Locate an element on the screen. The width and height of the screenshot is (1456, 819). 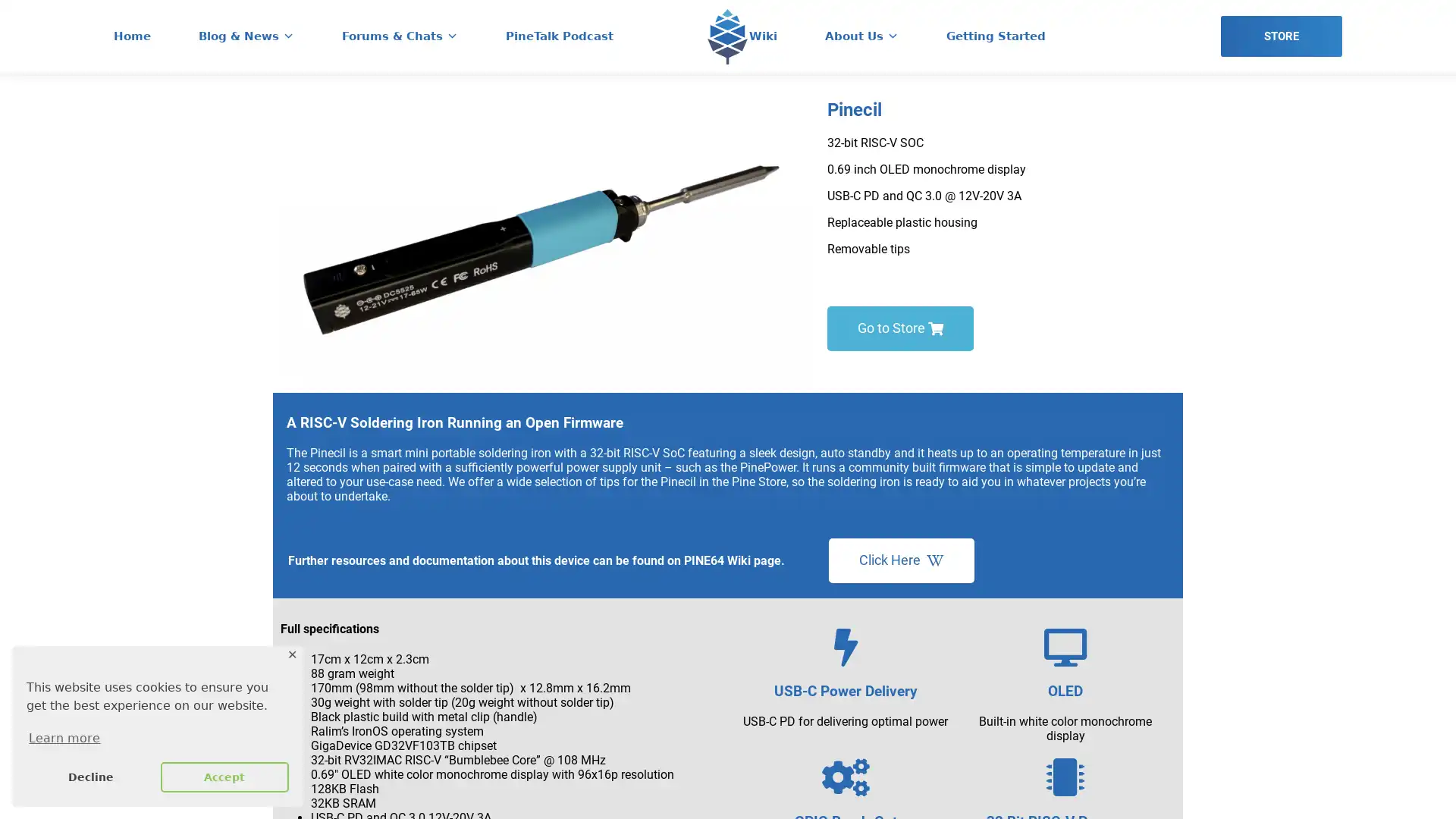
deny cookies is located at coordinates (89, 777).